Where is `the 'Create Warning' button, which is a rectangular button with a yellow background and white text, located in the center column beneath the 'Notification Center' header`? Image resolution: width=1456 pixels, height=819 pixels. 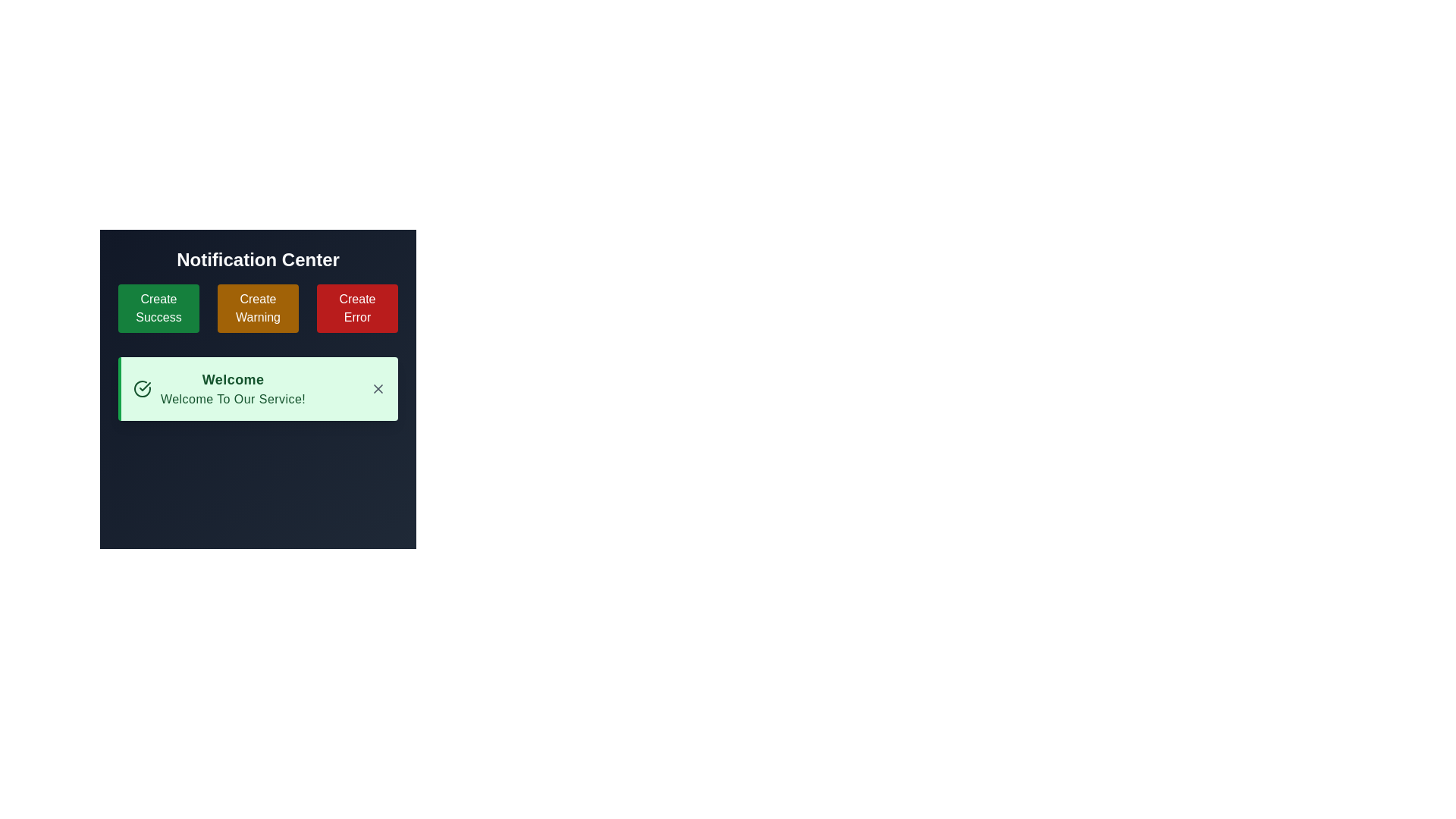 the 'Create Warning' button, which is a rectangular button with a yellow background and white text, located in the center column beneath the 'Notification Center' header is located at coordinates (258, 308).